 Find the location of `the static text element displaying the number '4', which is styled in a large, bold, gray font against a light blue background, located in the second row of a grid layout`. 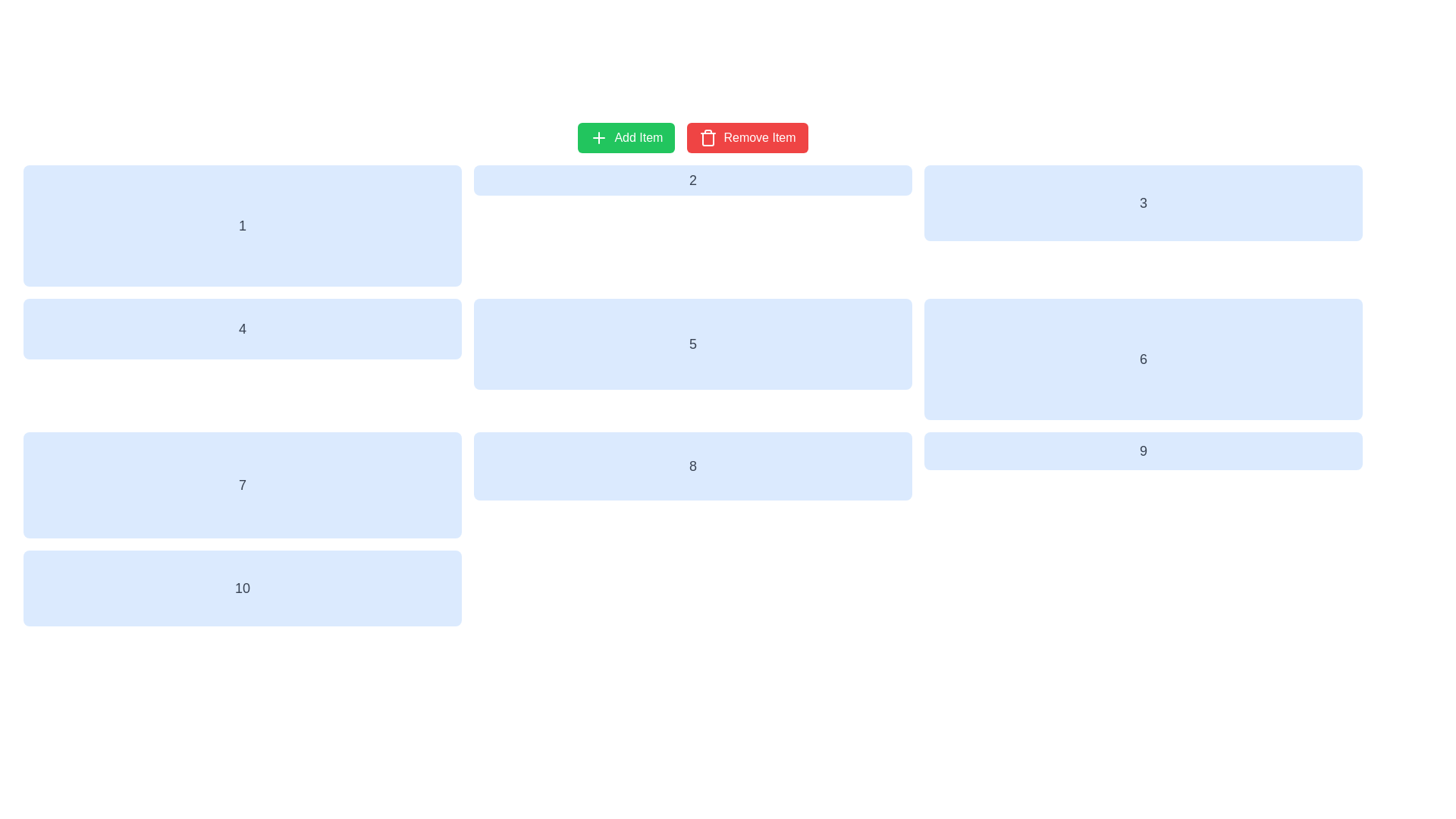

the static text element displaying the number '4', which is styled in a large, bold, gray font against a light blue background, located in the second row of a grid layout is located at coordinates (243, 328).